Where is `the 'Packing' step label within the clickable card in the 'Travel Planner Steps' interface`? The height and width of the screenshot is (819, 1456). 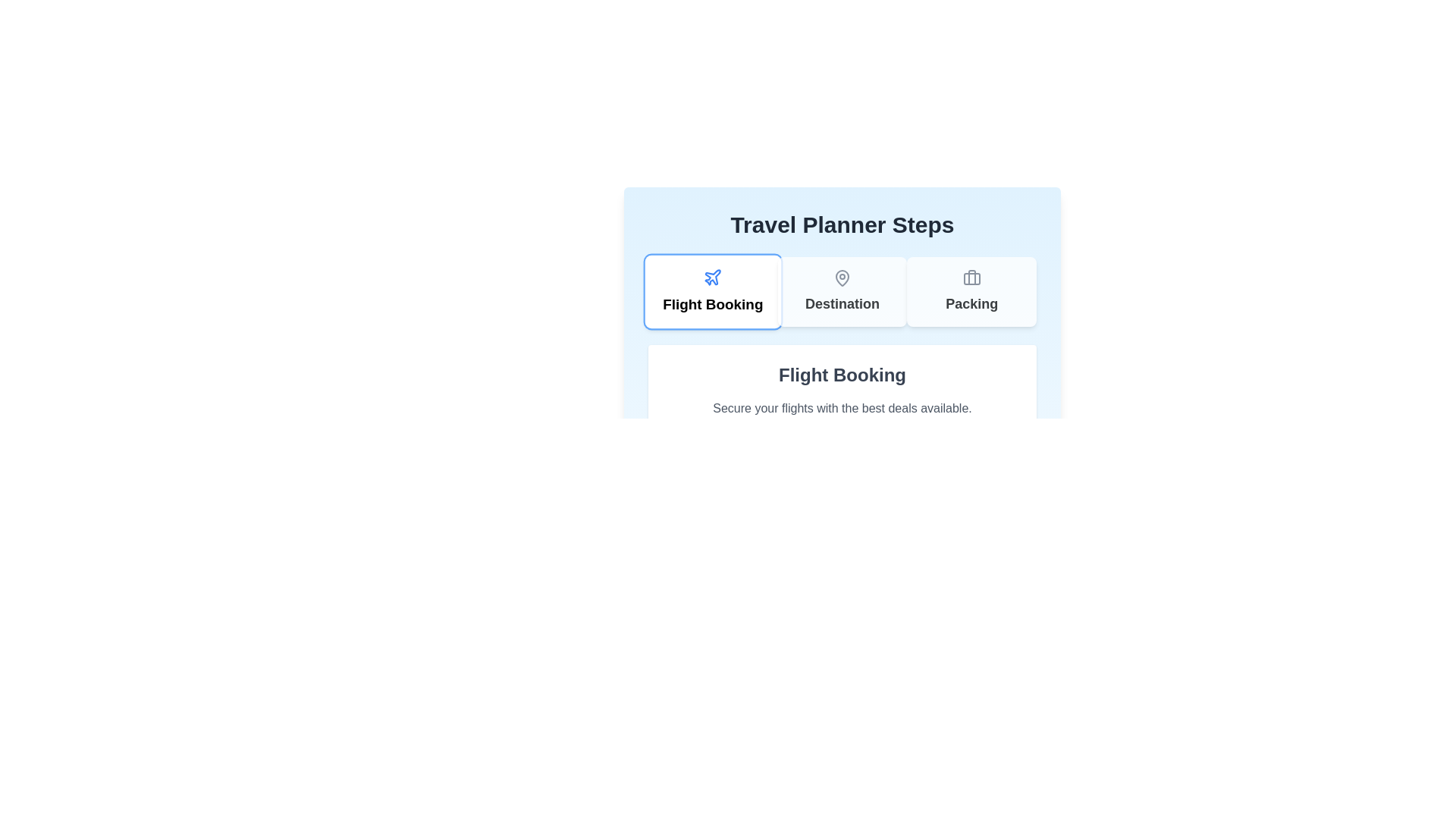
the 'Packing' step label within the clickable card in the 'Travel Planner Steps' interface is located at coordinates (971, 304).